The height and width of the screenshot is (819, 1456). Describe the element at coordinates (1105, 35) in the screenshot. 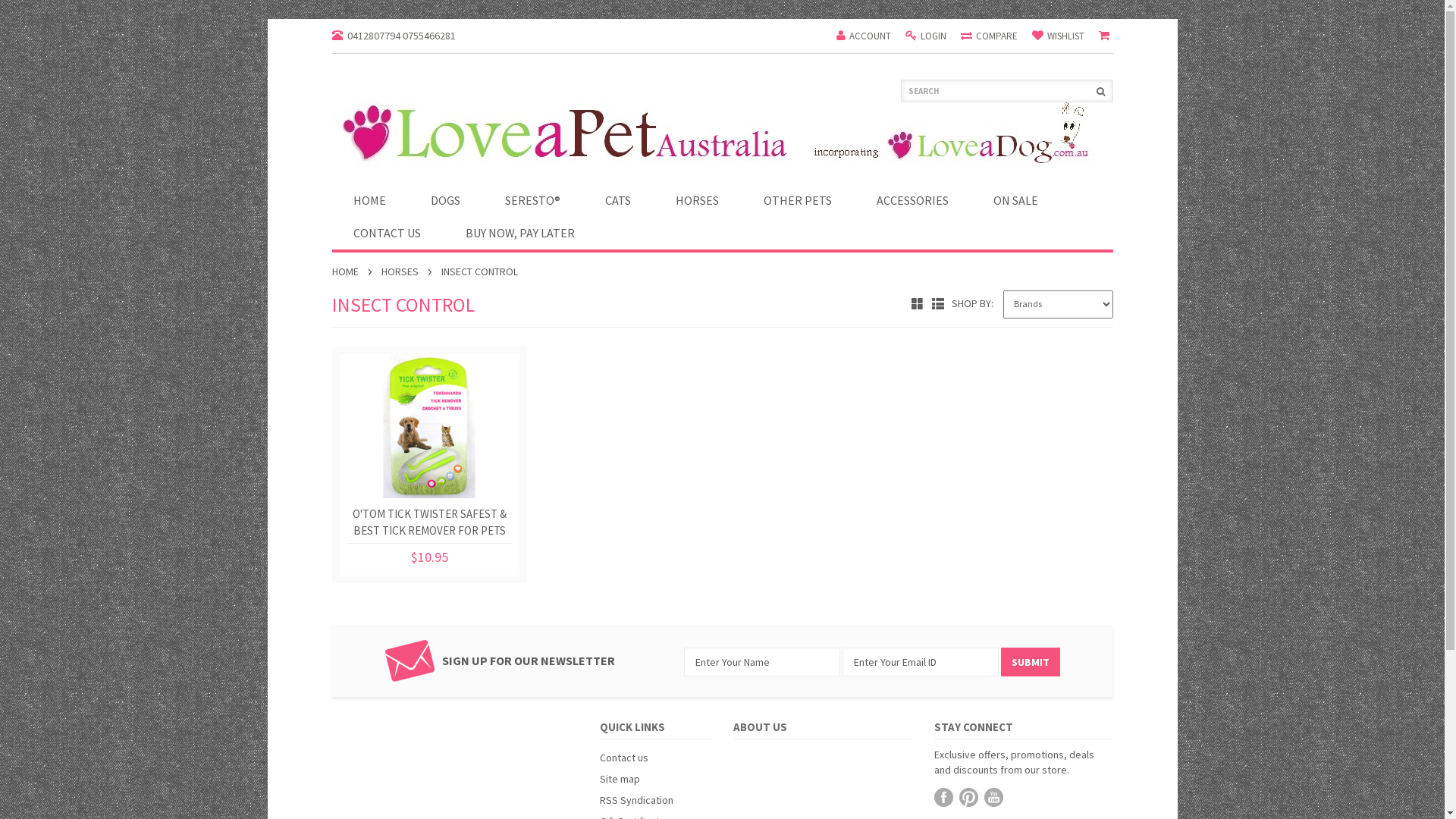

I see `'View Cart'` at that location.